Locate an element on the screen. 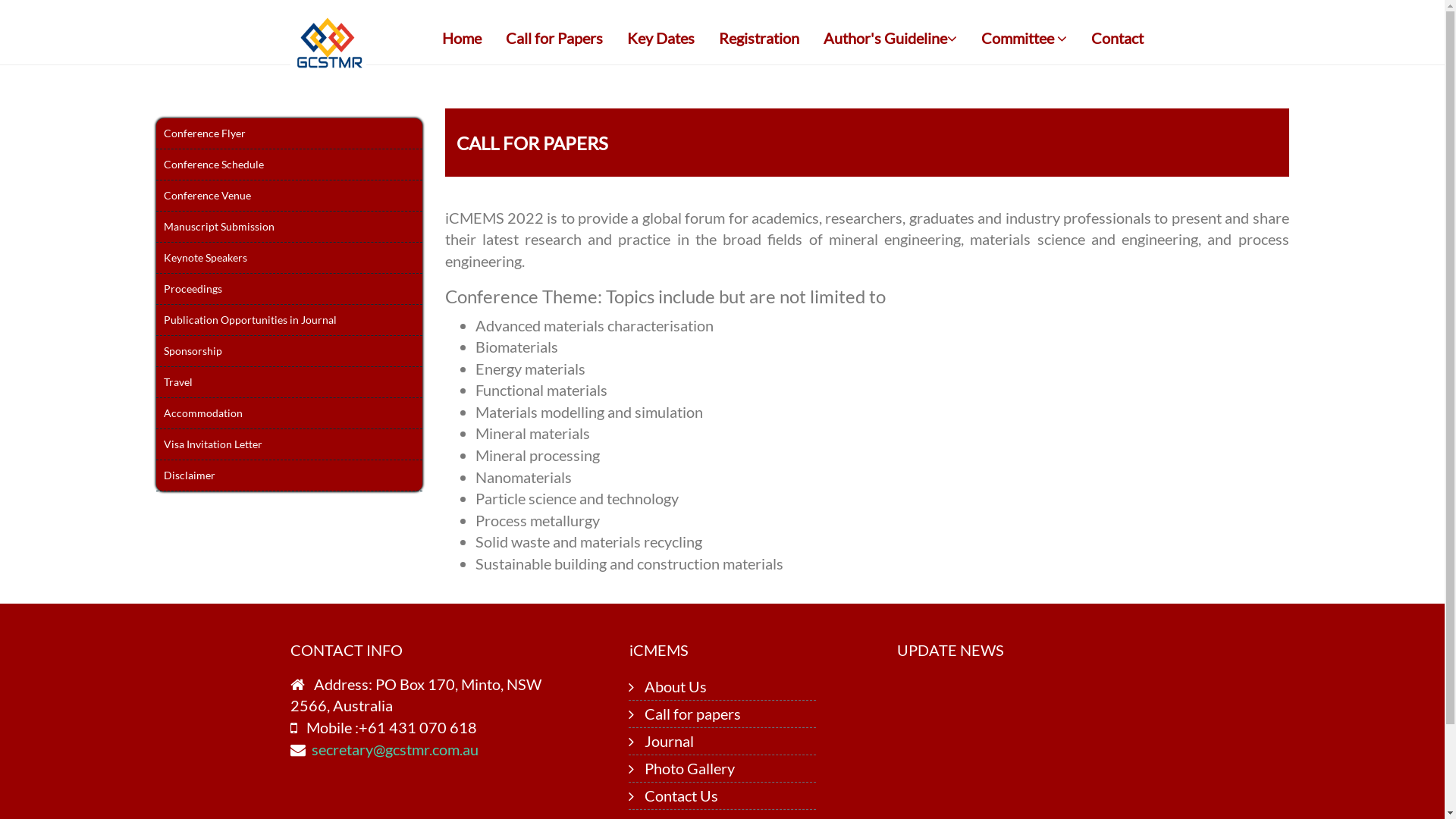  'Key Dates' is located at coordinates (661, 37).